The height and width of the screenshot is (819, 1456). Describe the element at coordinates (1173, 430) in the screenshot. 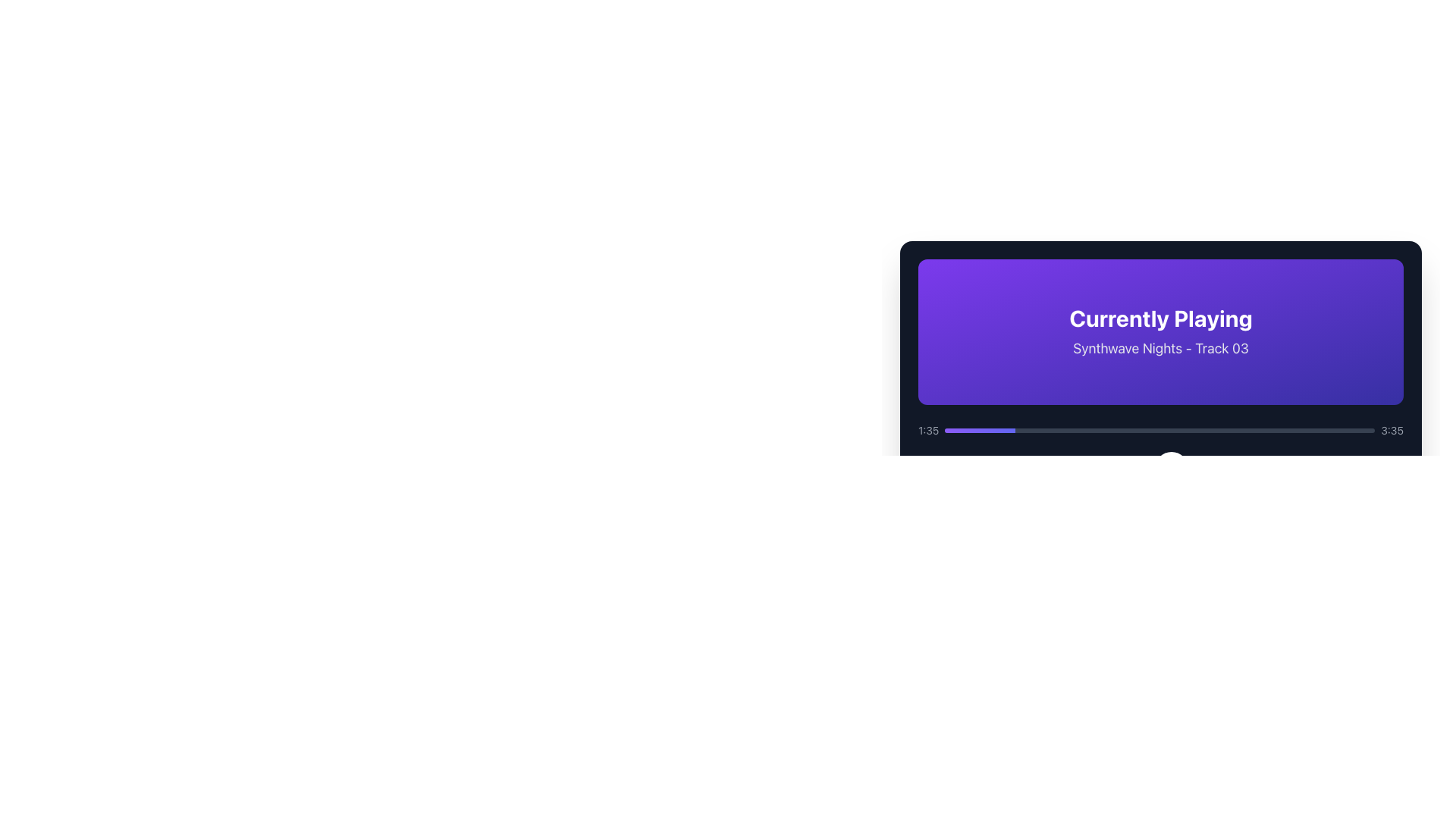

I see `the playback progress` at that location.